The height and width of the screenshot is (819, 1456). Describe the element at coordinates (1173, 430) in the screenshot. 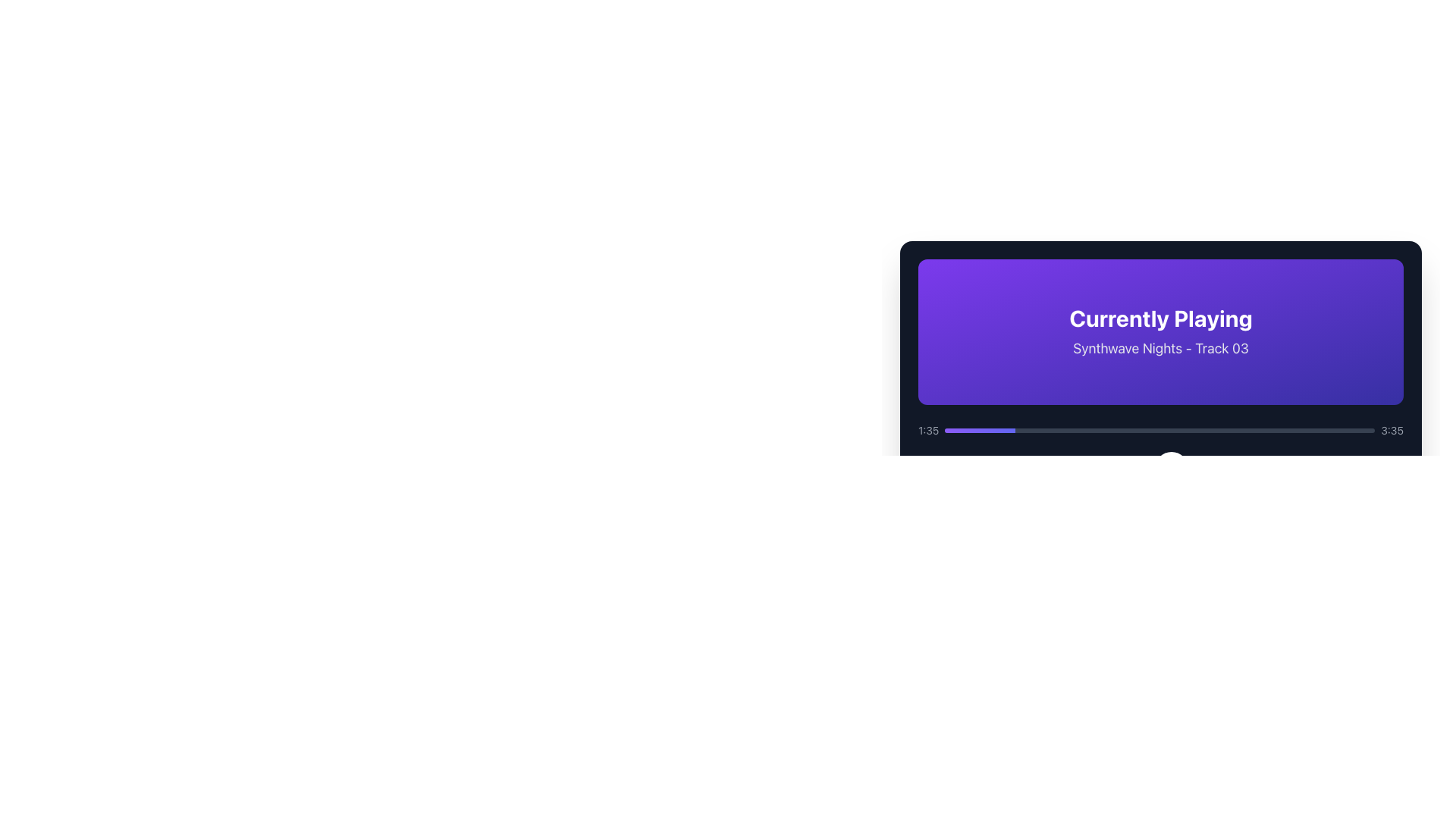

I see `the playback progress` at that location.